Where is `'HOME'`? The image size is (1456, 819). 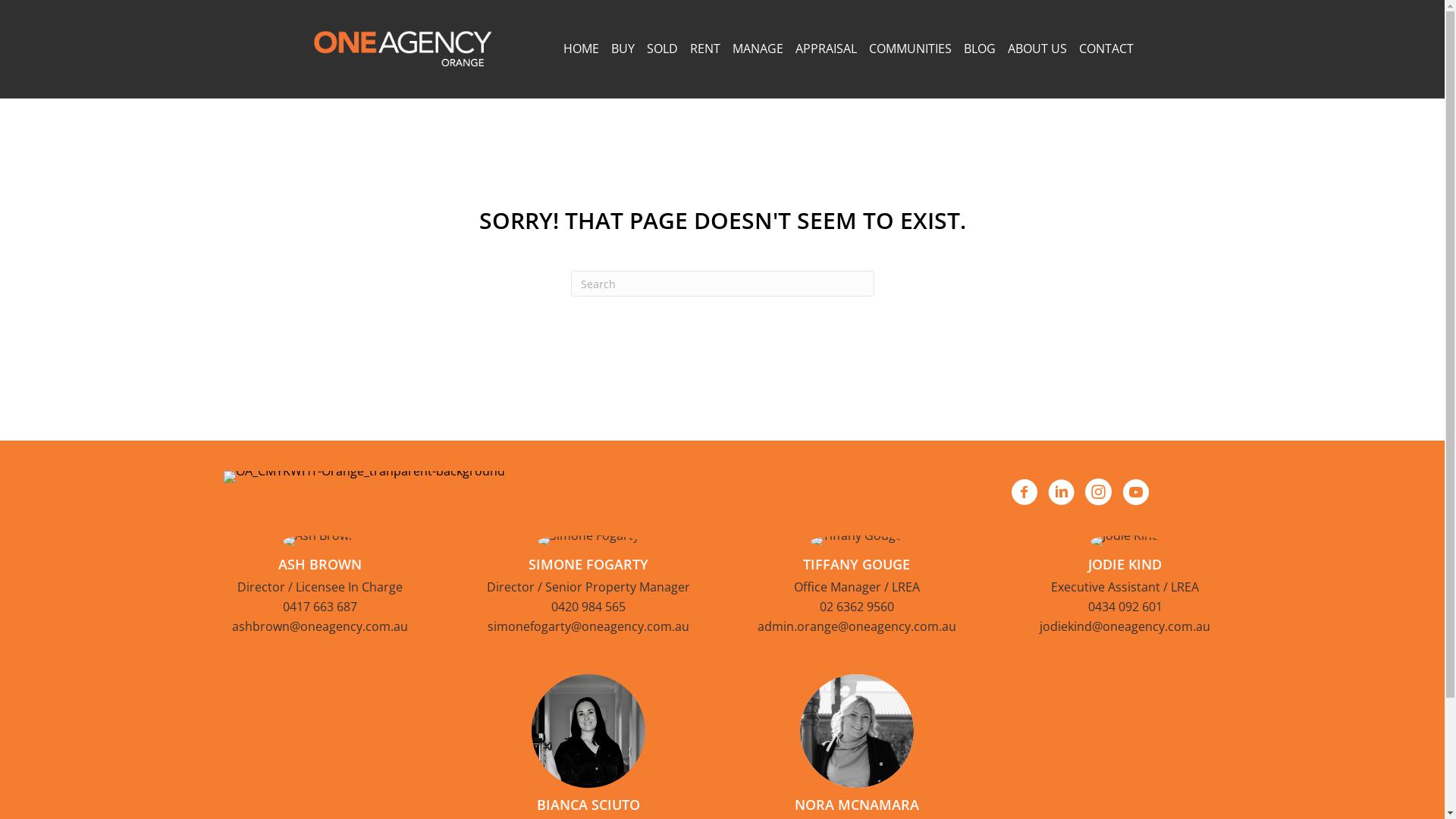
'HOME' is located at coordinates (579, 48).